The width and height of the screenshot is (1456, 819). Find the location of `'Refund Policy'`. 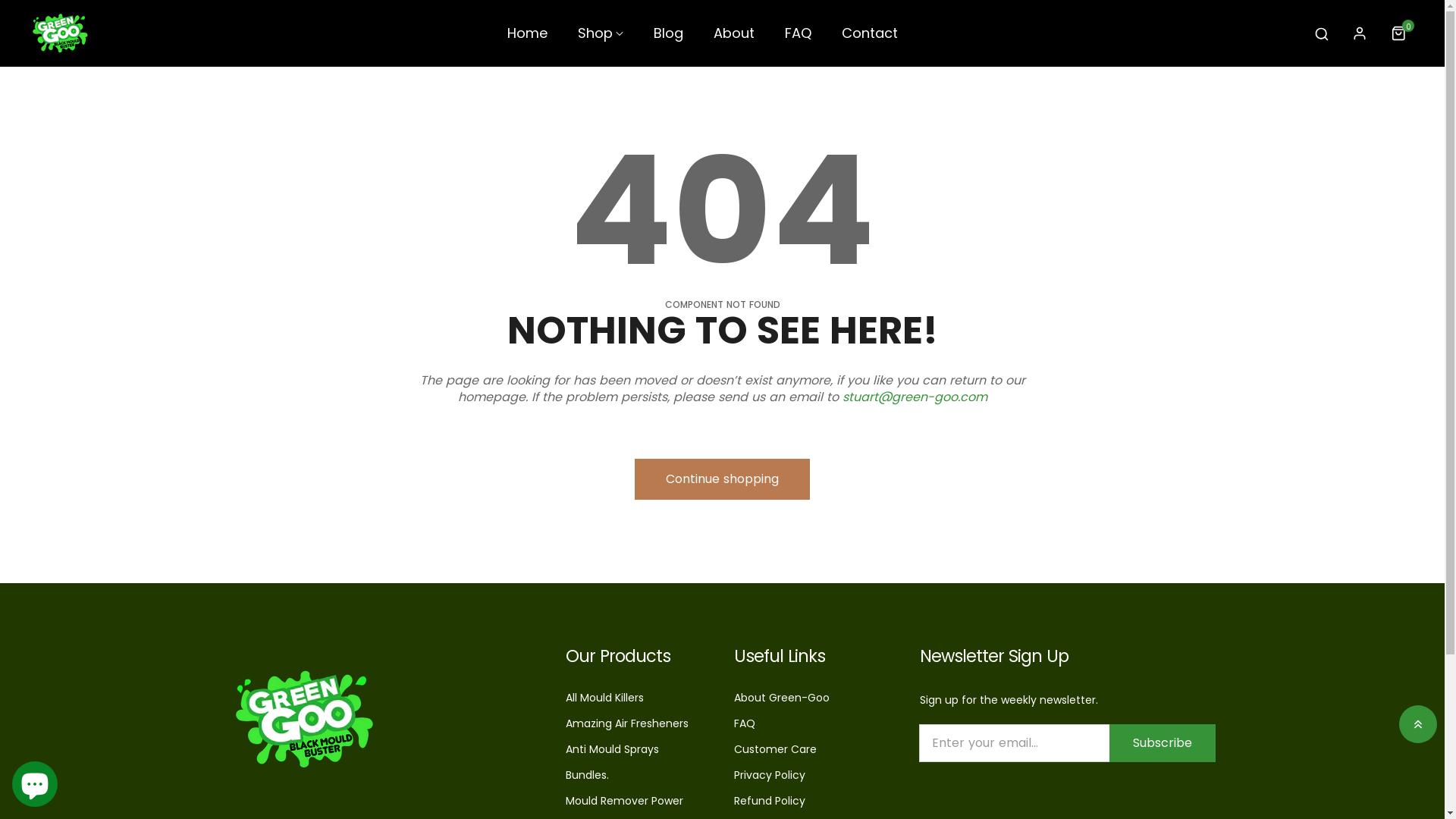

'Refund Policy' is located at coordinates (769, 800).